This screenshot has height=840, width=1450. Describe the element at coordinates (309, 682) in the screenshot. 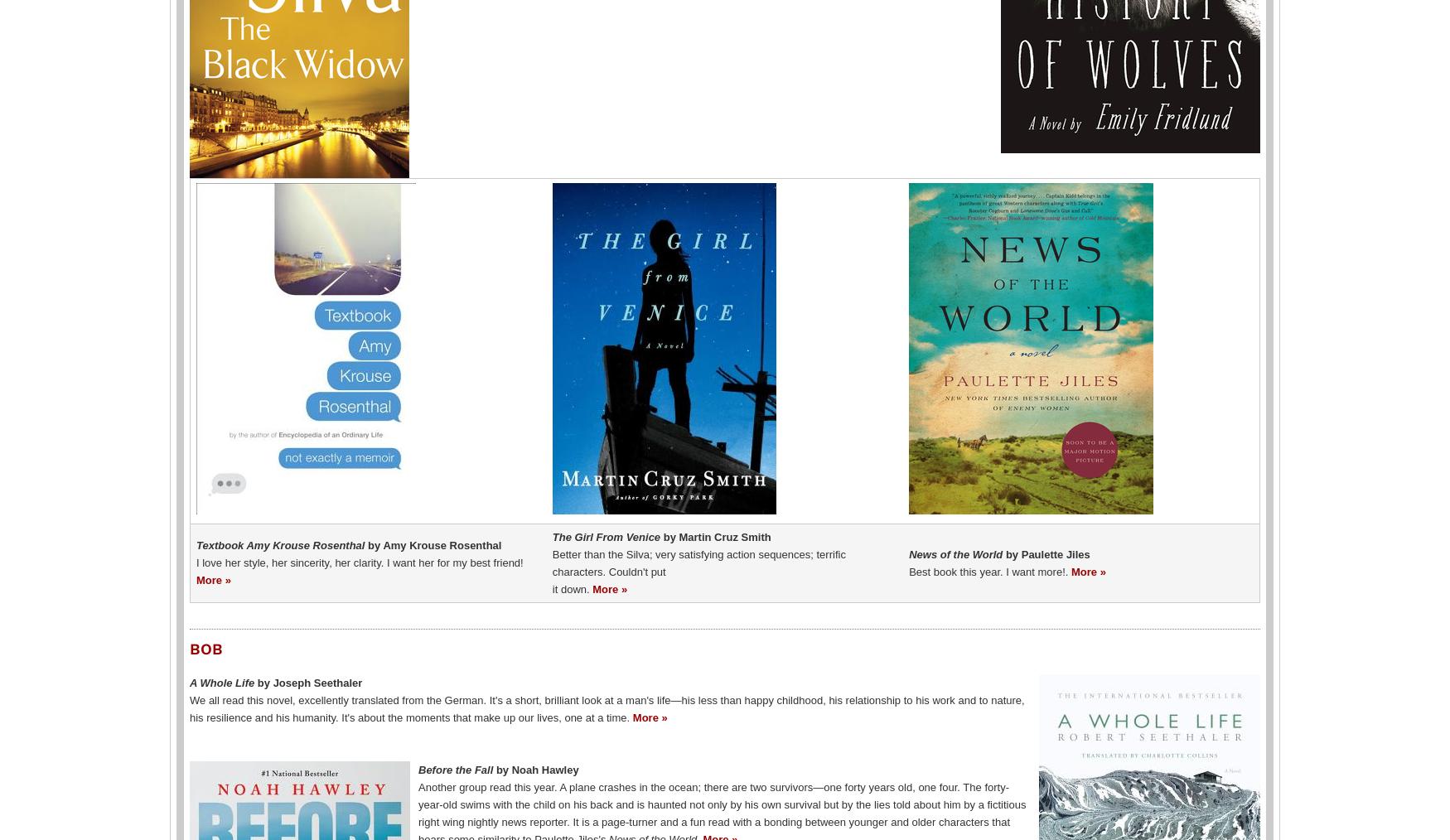

I see `'by Joseph Seethaler'` at that location.